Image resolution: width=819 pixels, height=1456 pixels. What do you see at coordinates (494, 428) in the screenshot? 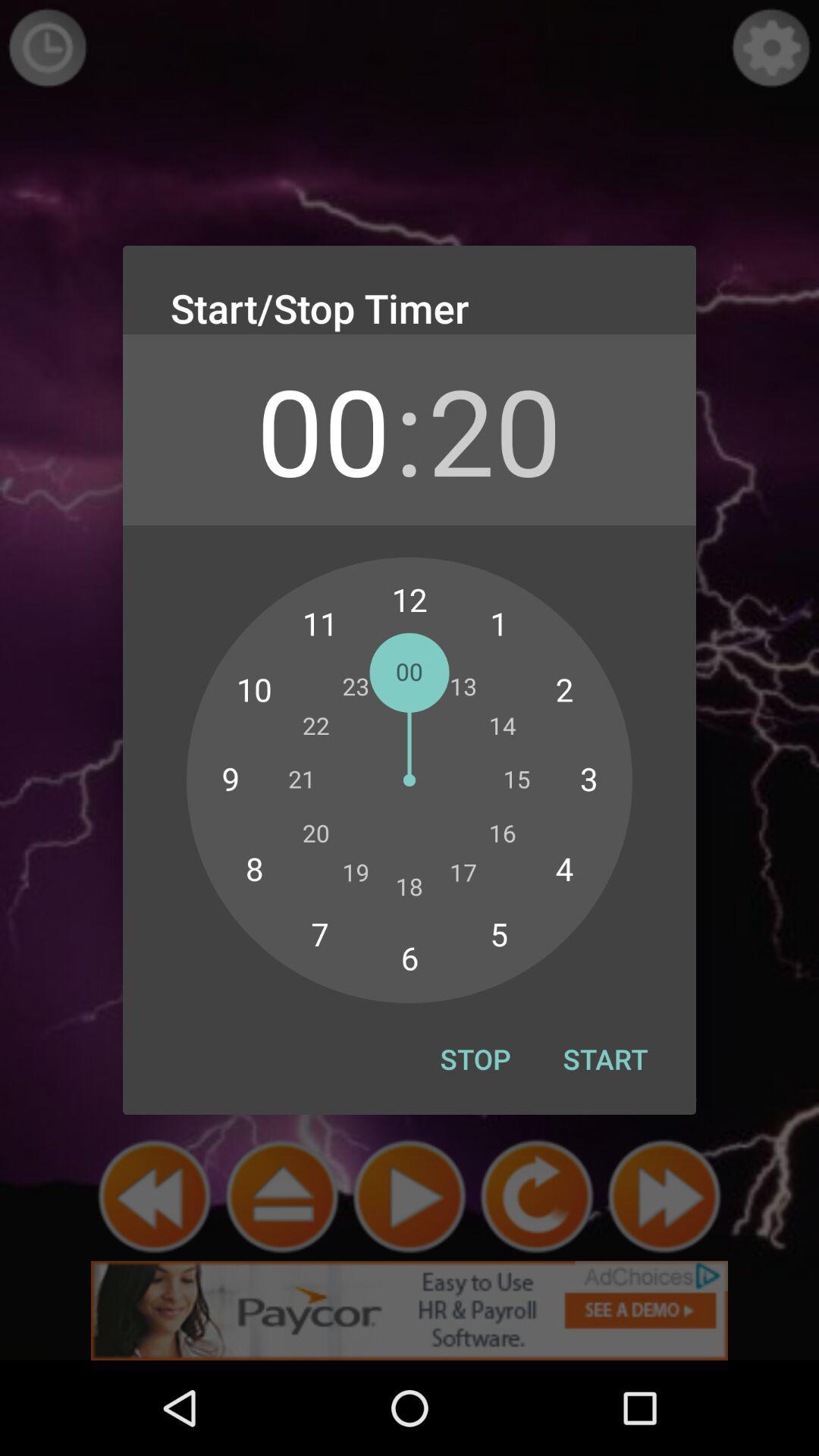
I see `icon next to the : icon` at bounding box center [494, 428].